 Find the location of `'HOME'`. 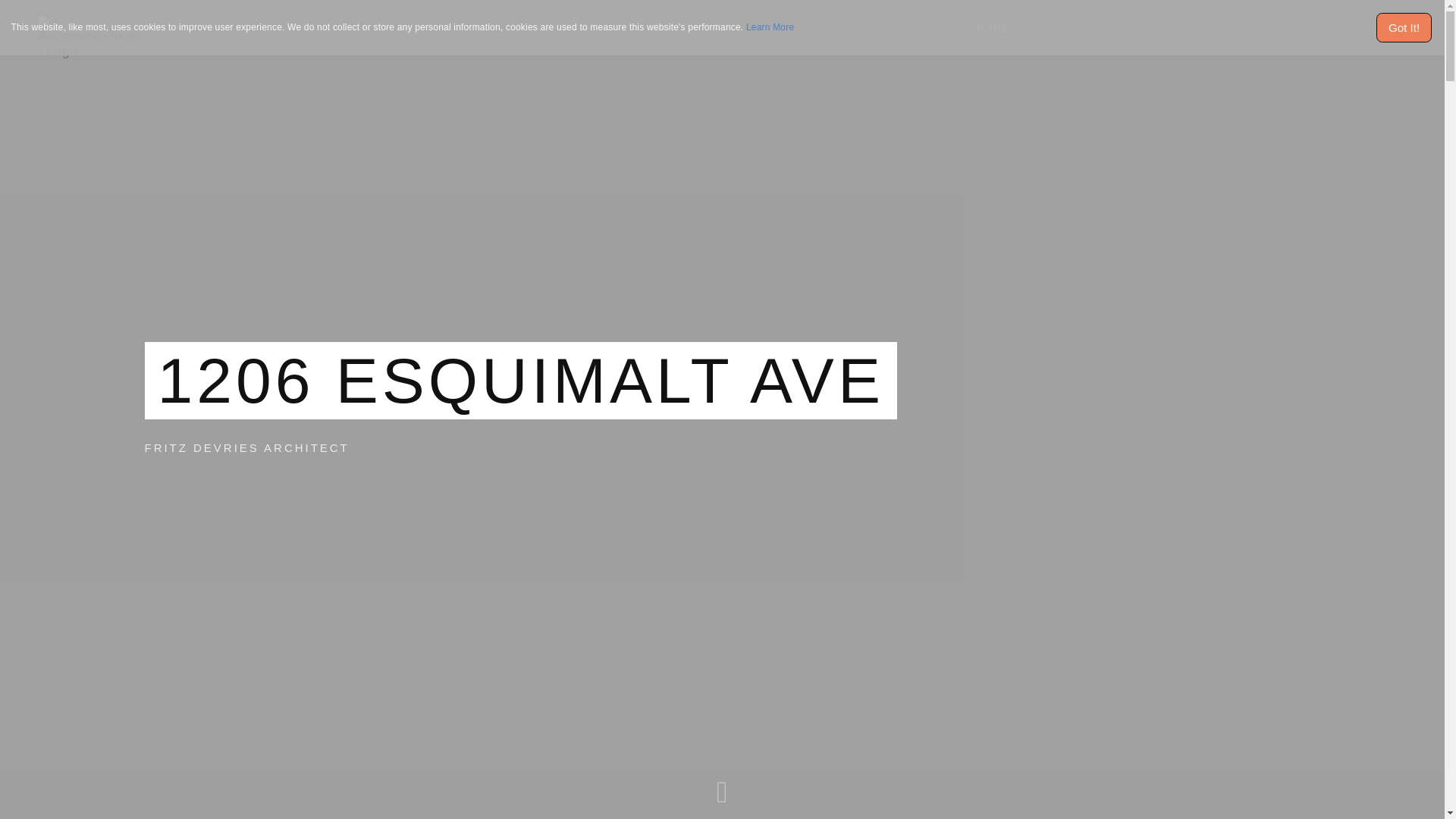

'HOME' is located at coordinates (965, 28).